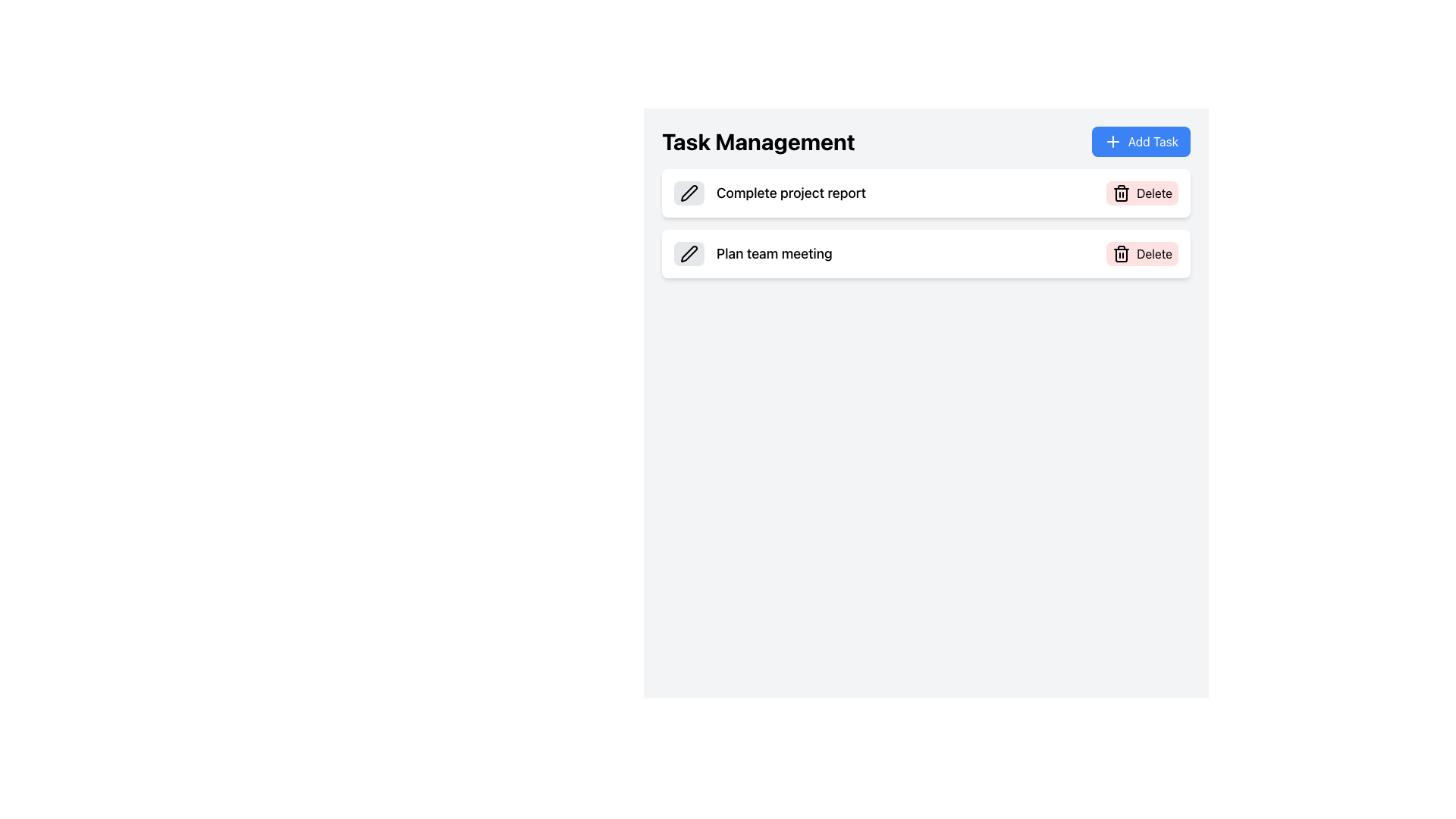 Image resolution: width=1456 pixels, height=819 pixels. What do you see at coordinates (925, 253) in the screenshot?
I see `task description of the second task item in the Task Management section, which is directly below the 'Complete project report' list item` at bounding box center [925, 253].